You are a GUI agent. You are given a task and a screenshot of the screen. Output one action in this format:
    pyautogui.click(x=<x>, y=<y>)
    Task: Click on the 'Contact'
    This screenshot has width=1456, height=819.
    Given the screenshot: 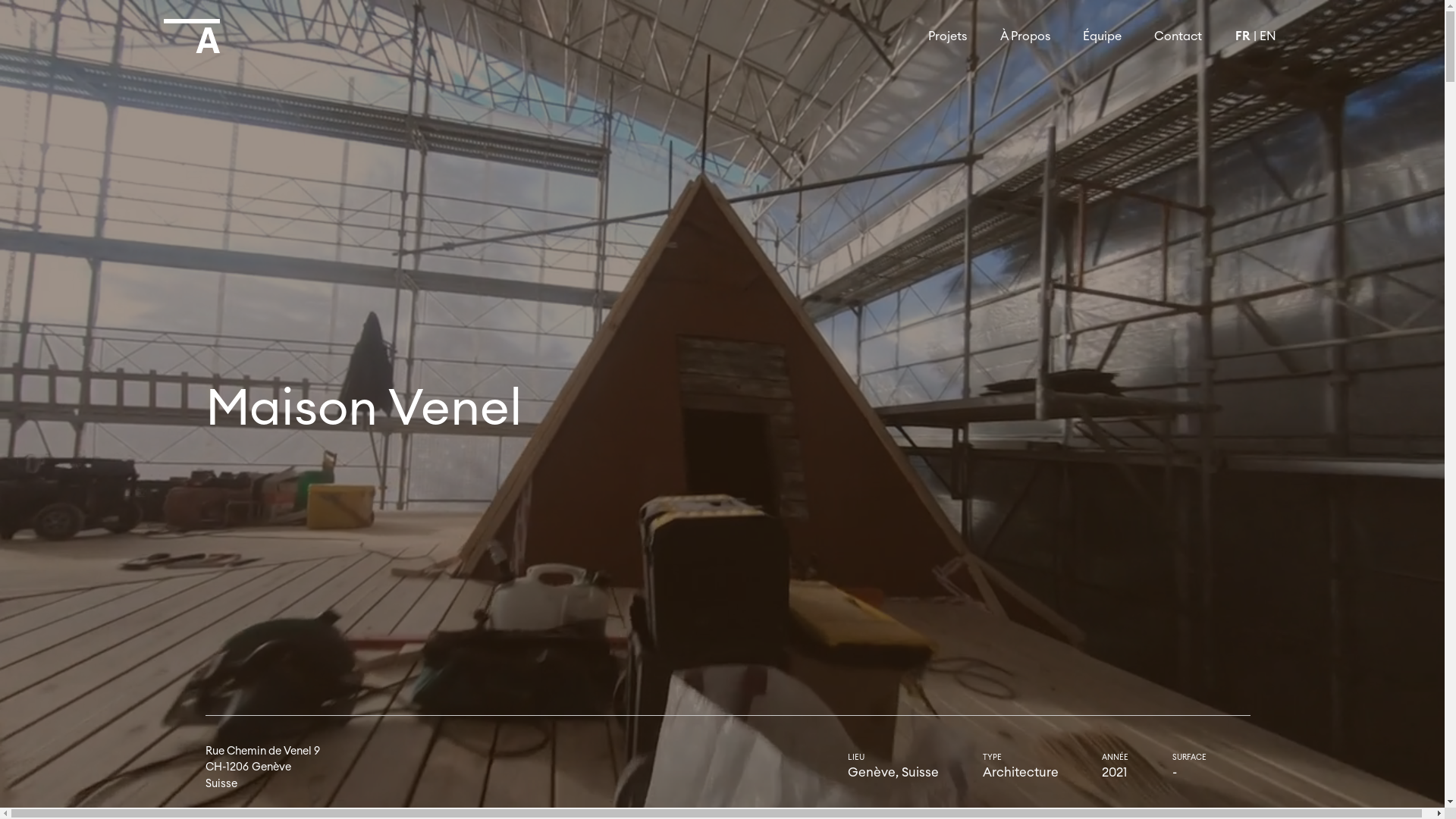 What is the action you would take?
    pyautogui.click(x=1178, y=35)
    